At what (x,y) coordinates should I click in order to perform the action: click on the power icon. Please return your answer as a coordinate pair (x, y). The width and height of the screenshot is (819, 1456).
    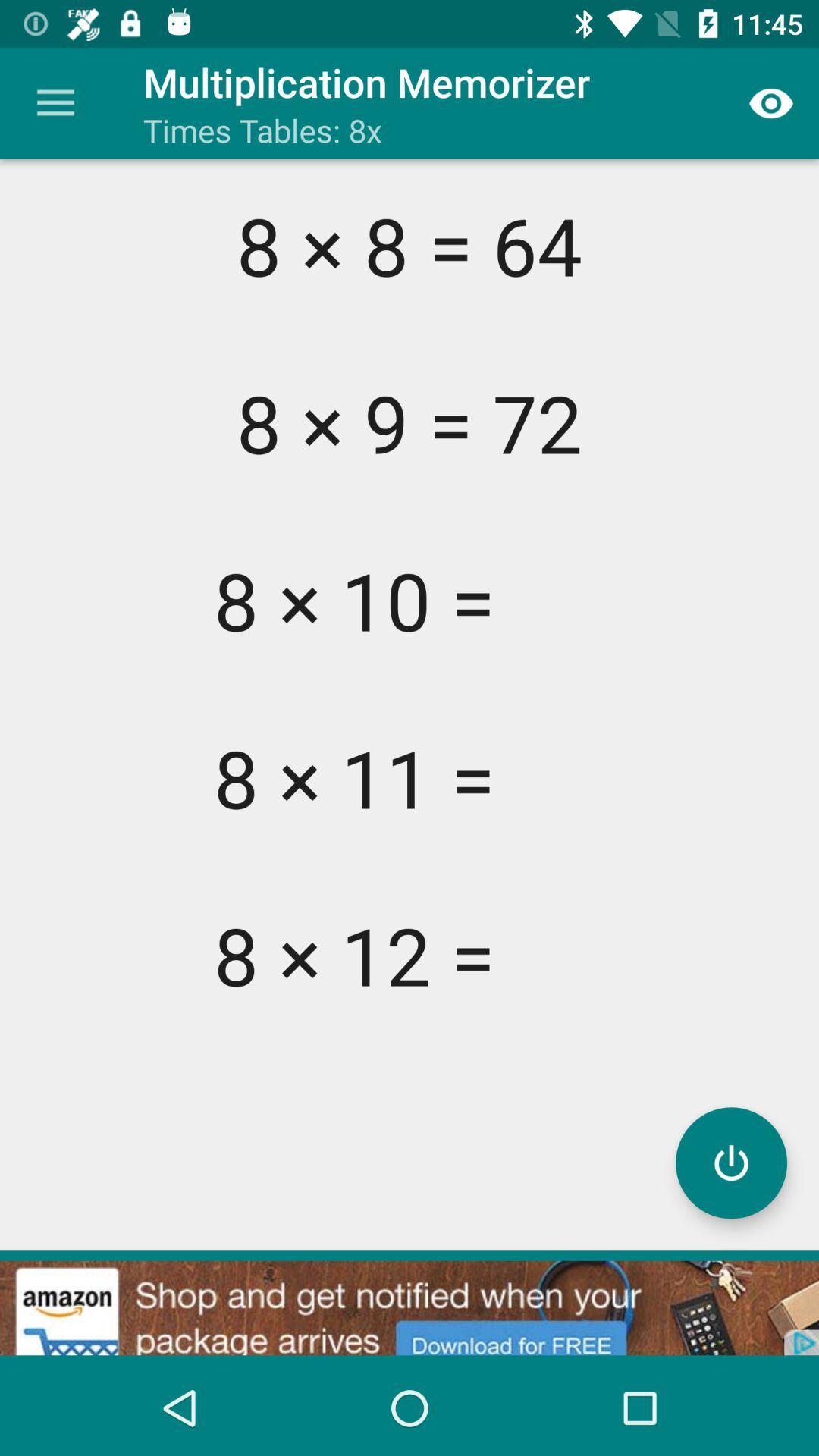
    Looking at the image, I should click on (730, 1162).